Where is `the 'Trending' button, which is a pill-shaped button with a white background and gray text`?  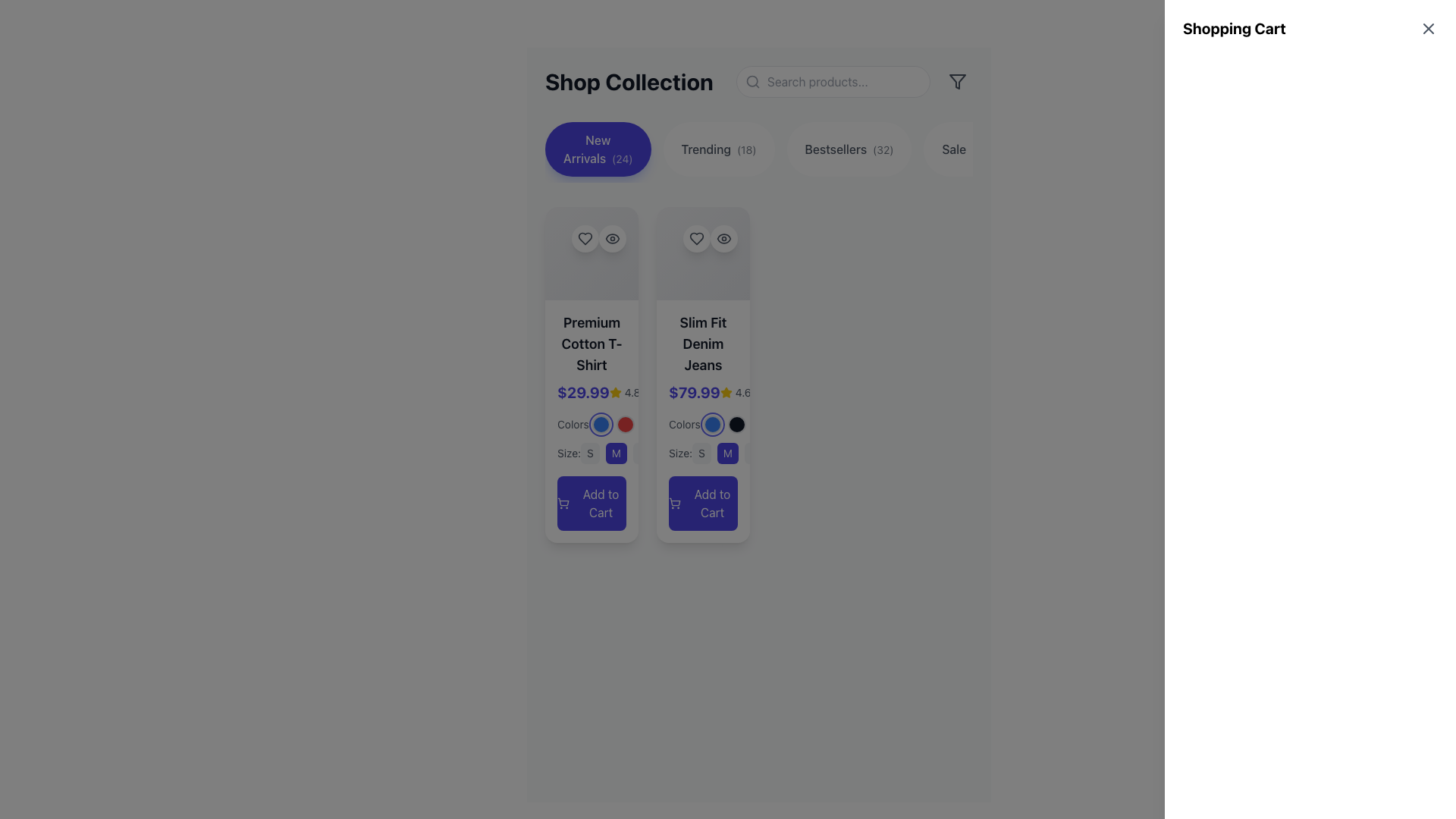 the 'Trending' button, which is a pill-shaped button with a white background and gray text is located at coordinates (718, 149).